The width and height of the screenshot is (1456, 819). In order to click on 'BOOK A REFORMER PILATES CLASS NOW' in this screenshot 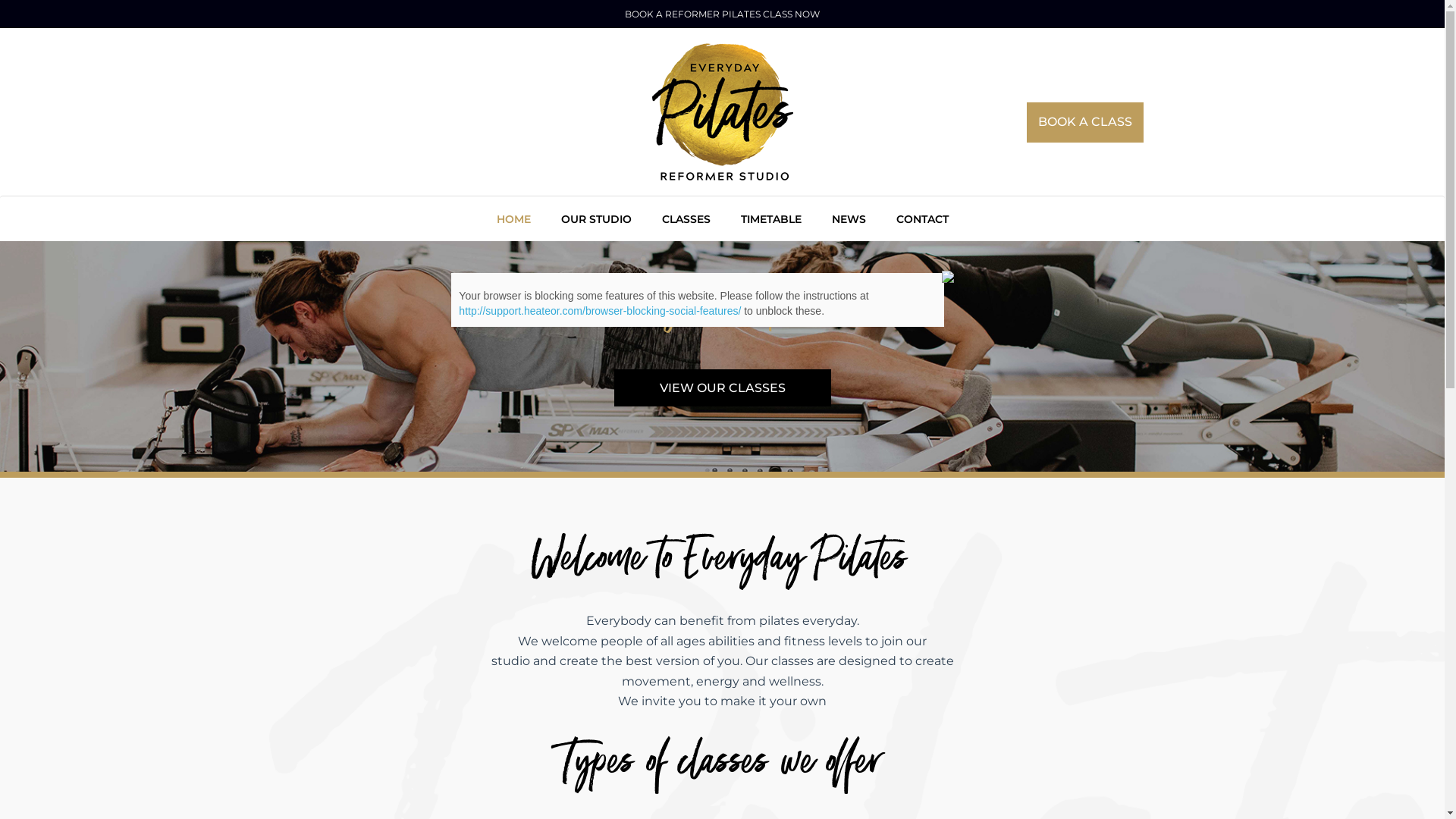, I will do `click(721, 14)`.